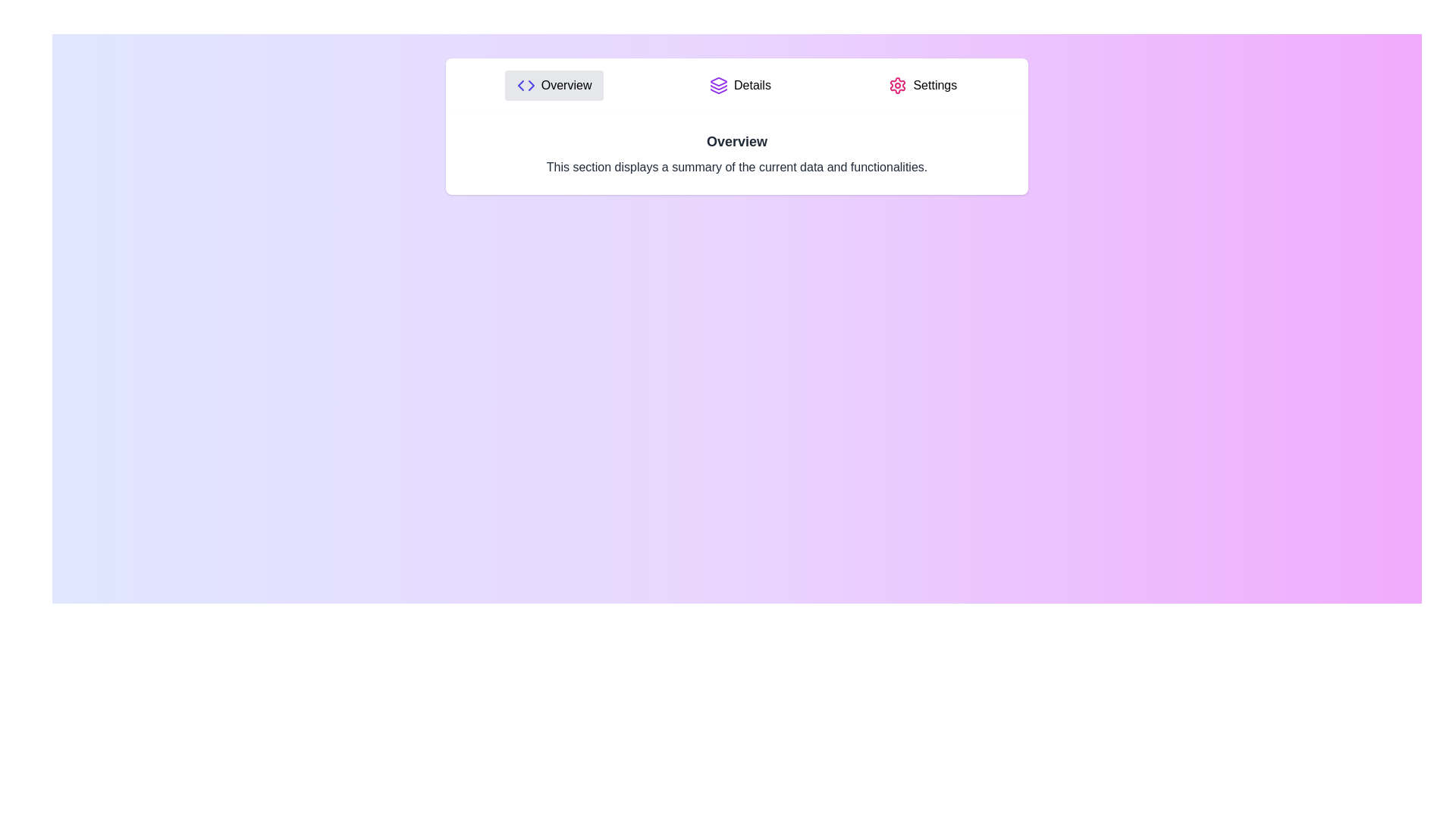 This screenshot has width=1456, height=819. Describe the element at coordinates (736, 154) in the screenshot. I see `the Informational panel with the header 'Overview' that displays a summary of current data and functionalities` at that location.